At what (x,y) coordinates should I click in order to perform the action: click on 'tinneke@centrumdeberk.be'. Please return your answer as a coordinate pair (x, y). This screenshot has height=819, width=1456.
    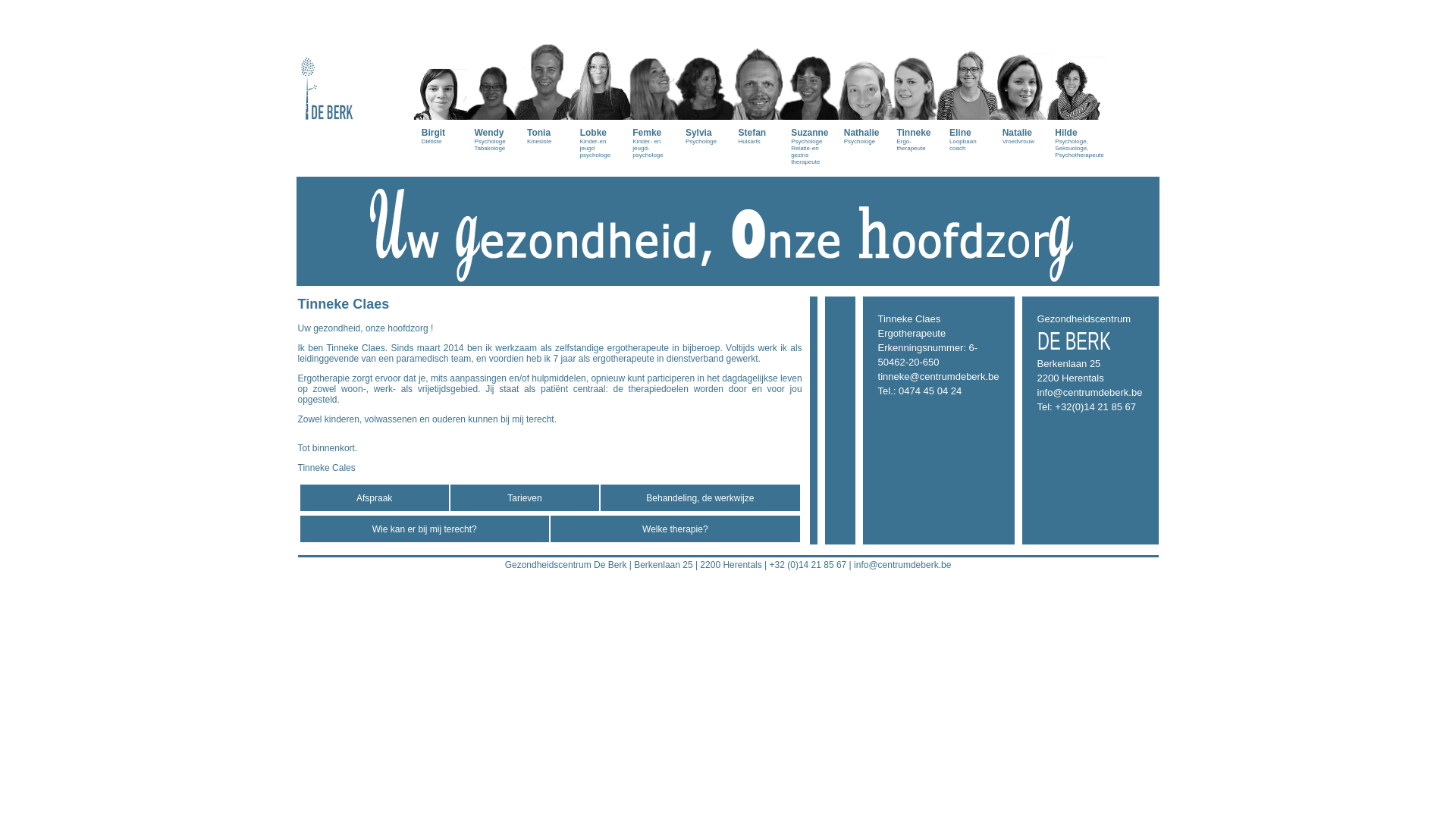
    Looking at the image, I should click on (938, 375).